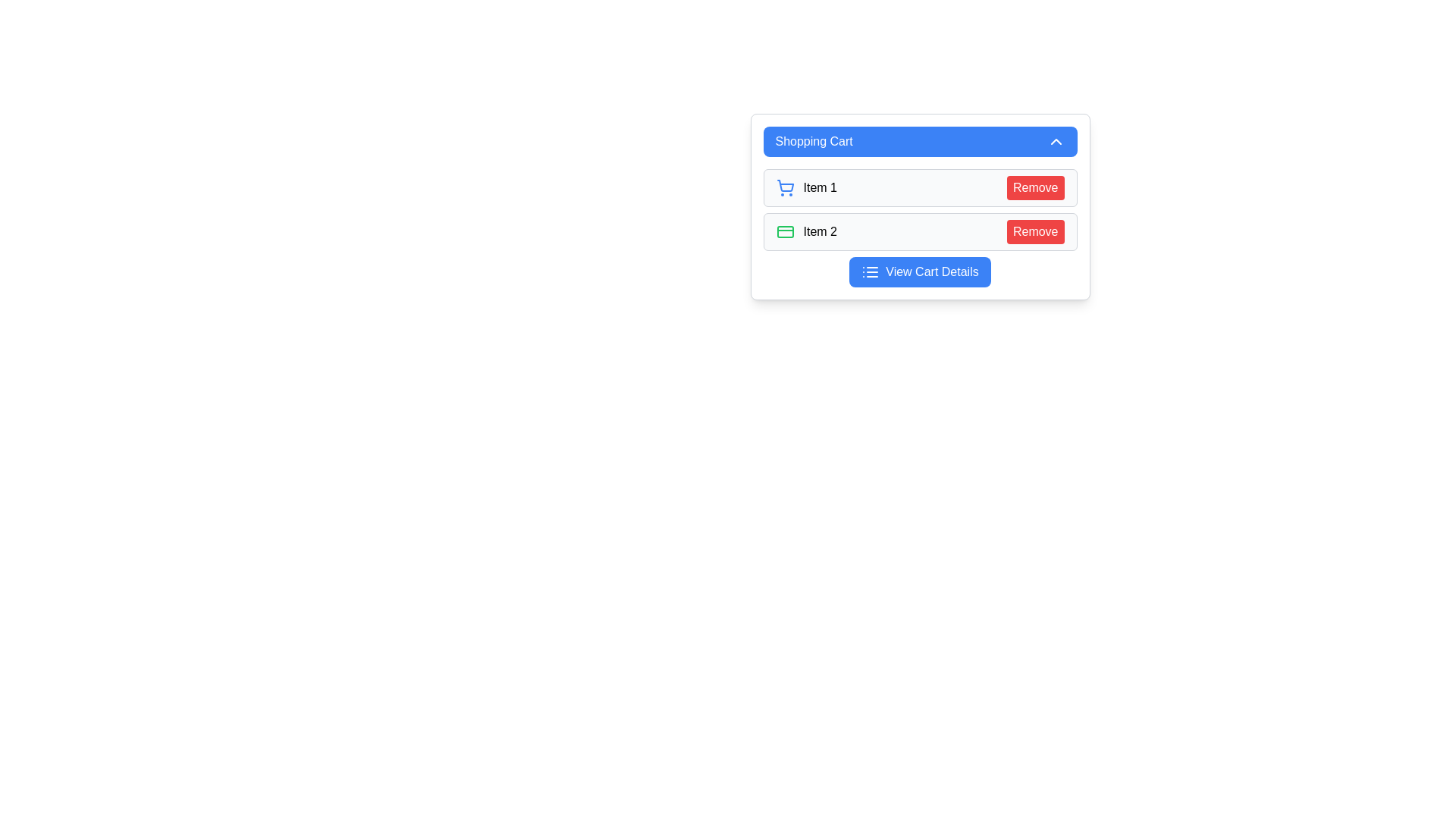 This screenshot has width=1456, height=819. What do you see at coordinates (819, 231) in the screenshot?
I see `the text label that displays the name or description of the second item in the shopping cart, located to the right of a green credit card icon and before a red 'Remove' button` at bounding box center [819, 231].